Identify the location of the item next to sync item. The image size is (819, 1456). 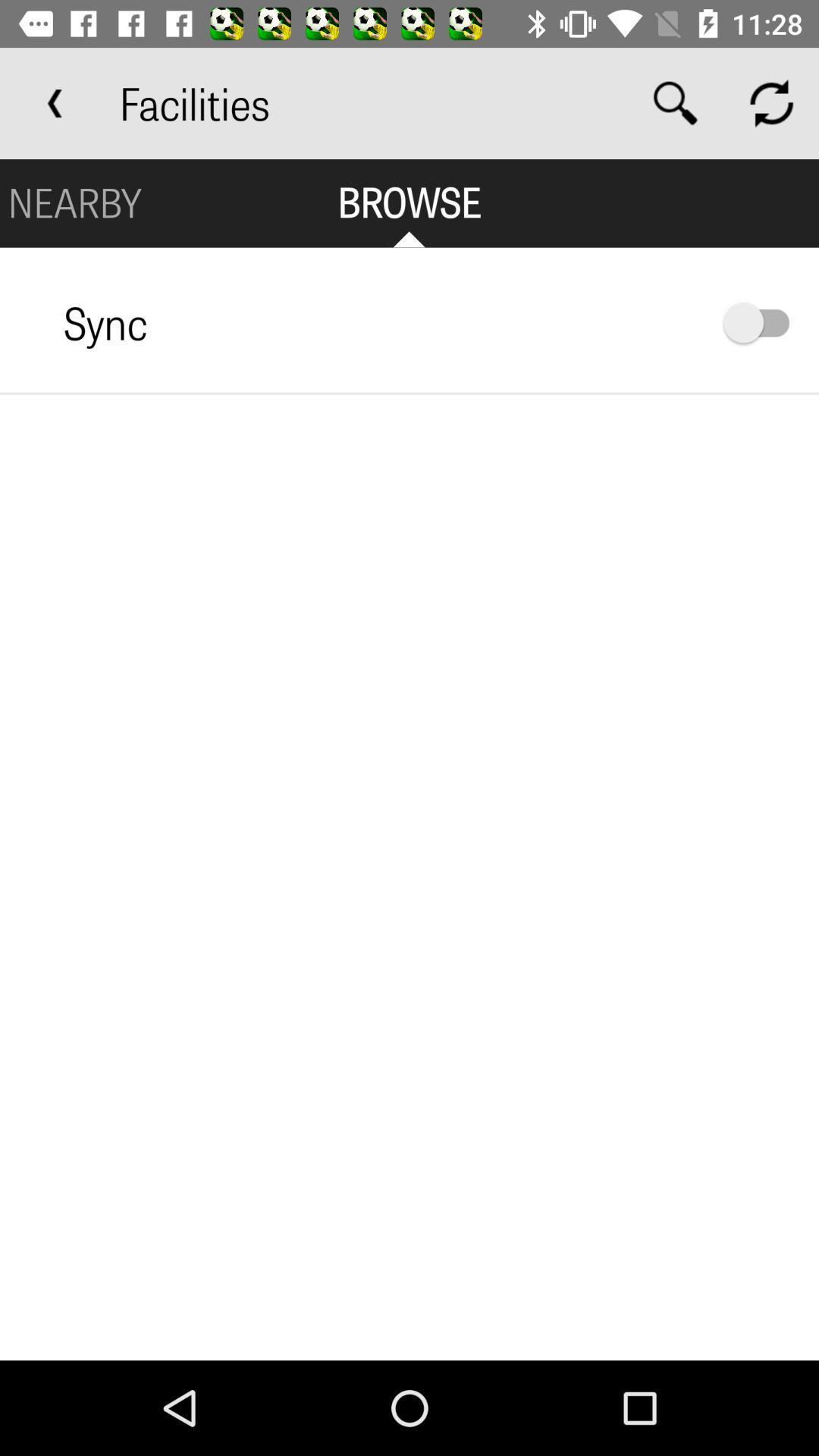
(764, 322).